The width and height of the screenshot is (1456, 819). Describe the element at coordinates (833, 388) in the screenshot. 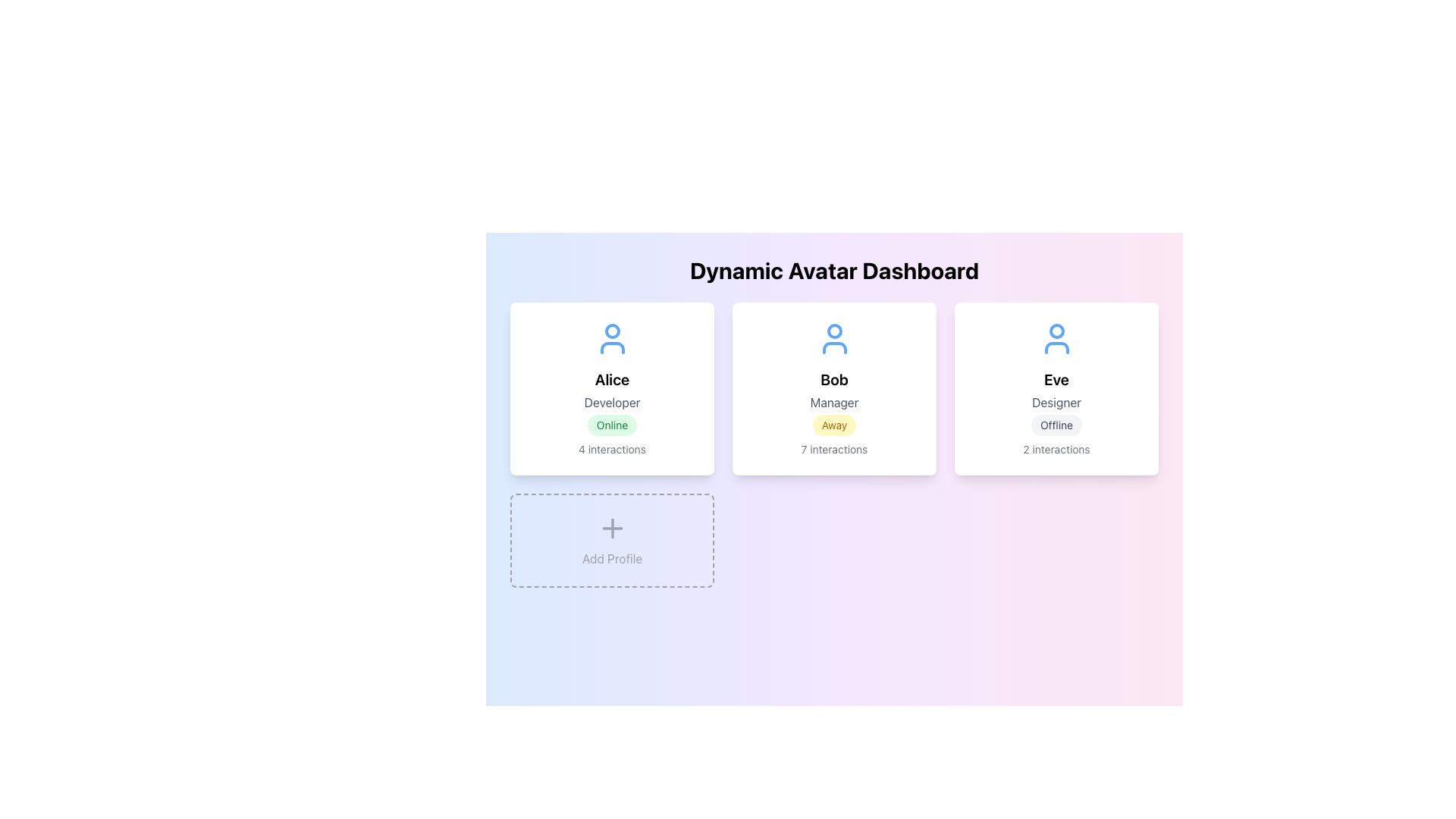

I see `the informational card displaying an overview of a specific individual, located centrally in the row, for more details` at that location.